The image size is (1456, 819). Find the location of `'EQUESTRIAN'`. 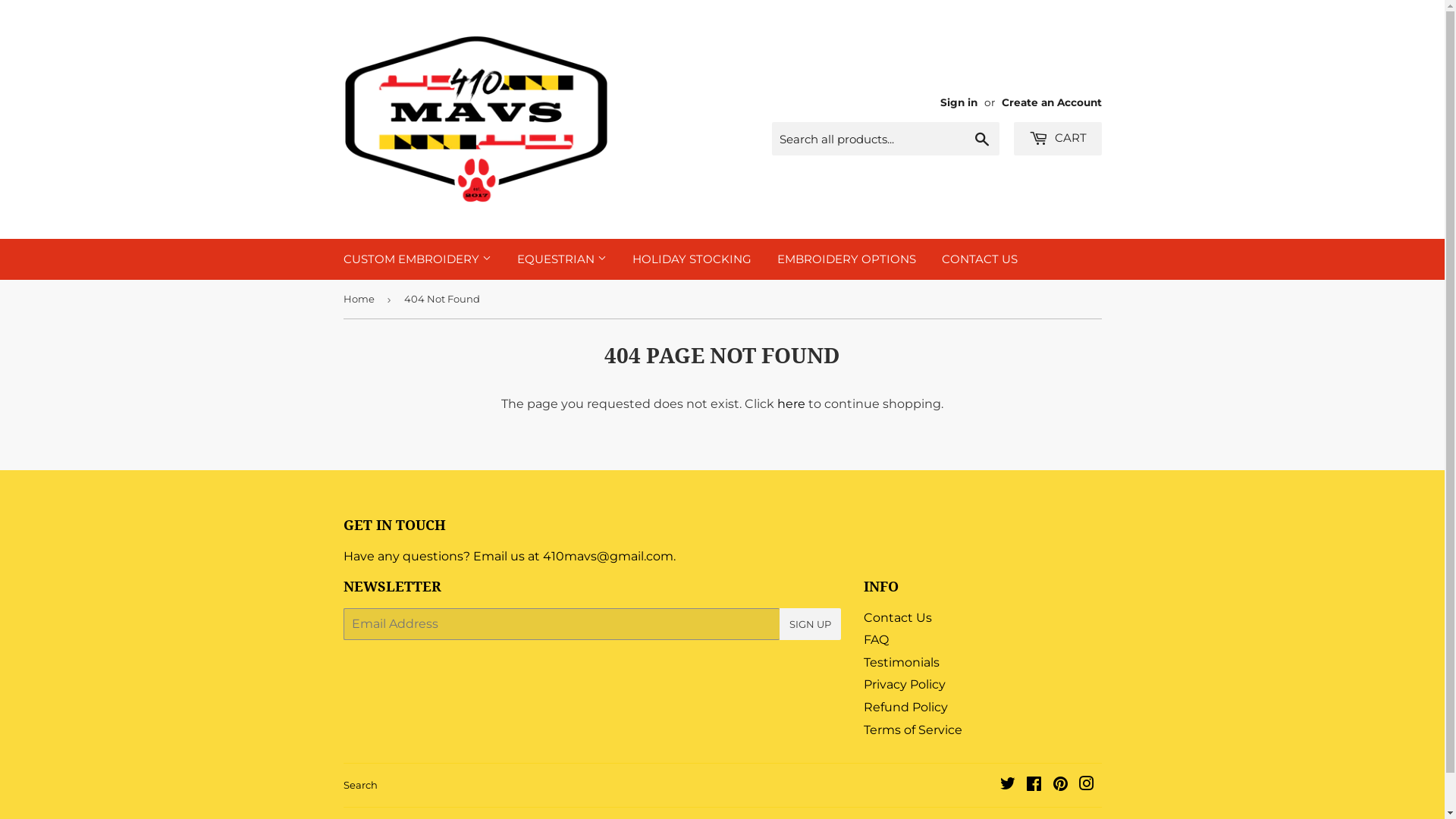

'EQUESTRIAN' is located at coordinates (560, 259).